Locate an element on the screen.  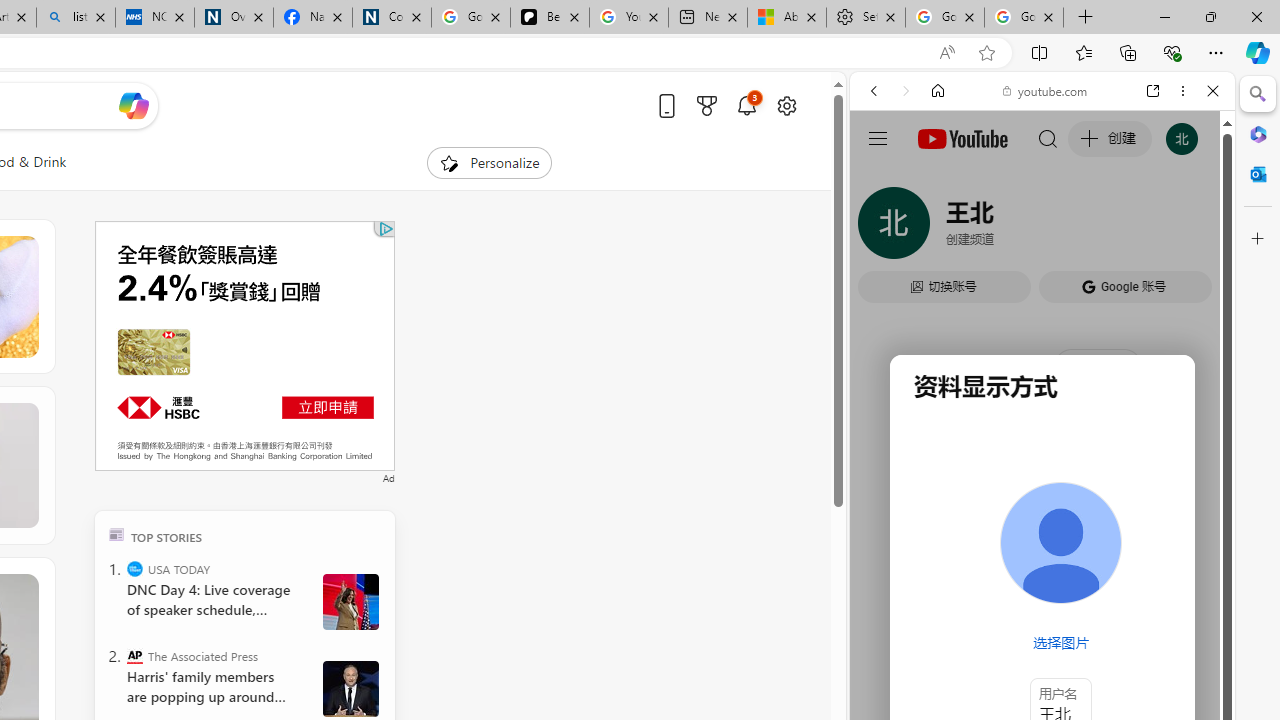
'AutomationID: canvas' is located at coordinates (244, 344).